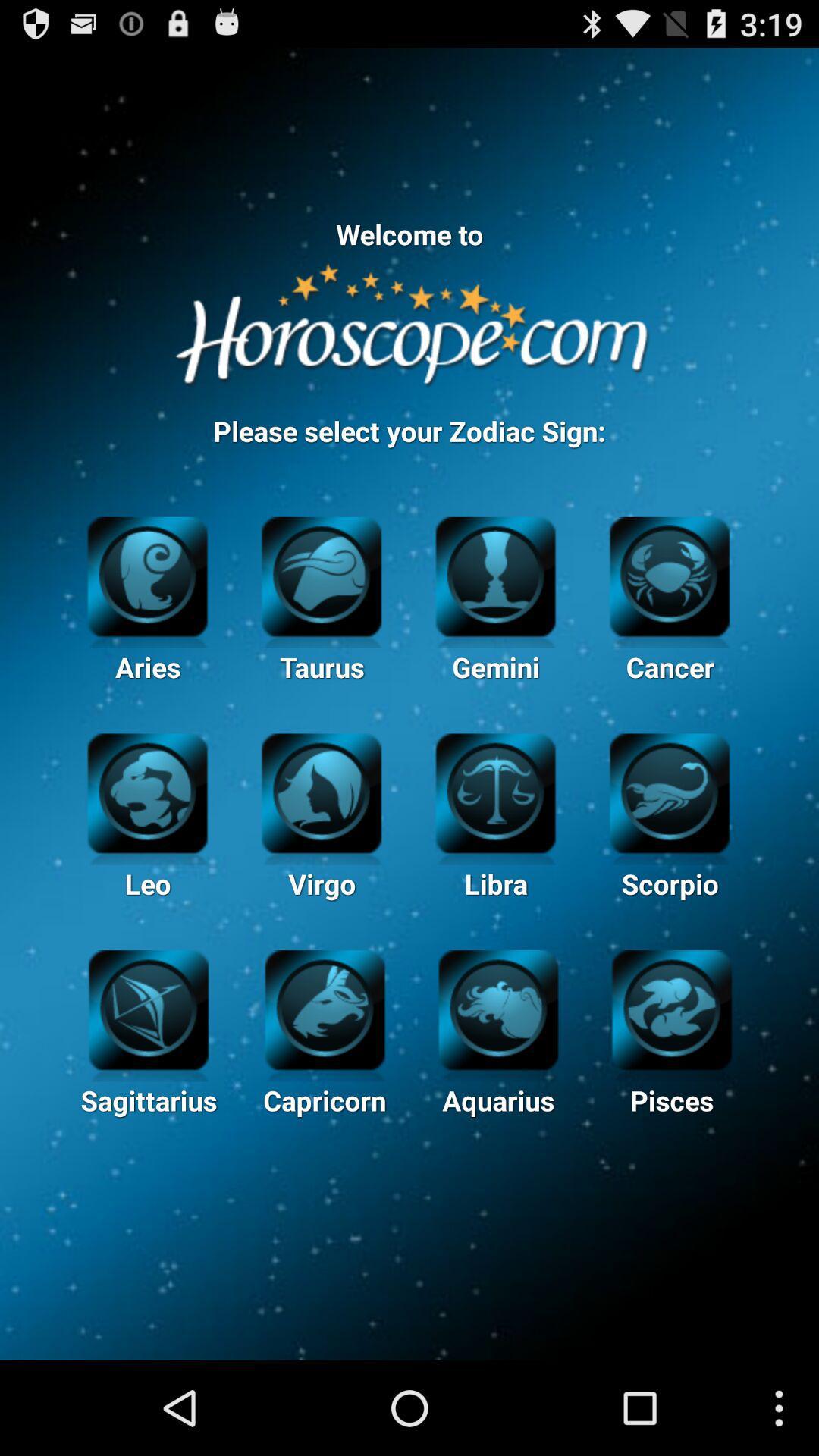 This screenshot has height=1456, width=819. What do you see at coordinates (669, 573) in the screenshot?
I see `horoscope select option` at bounding box center [669, 573].